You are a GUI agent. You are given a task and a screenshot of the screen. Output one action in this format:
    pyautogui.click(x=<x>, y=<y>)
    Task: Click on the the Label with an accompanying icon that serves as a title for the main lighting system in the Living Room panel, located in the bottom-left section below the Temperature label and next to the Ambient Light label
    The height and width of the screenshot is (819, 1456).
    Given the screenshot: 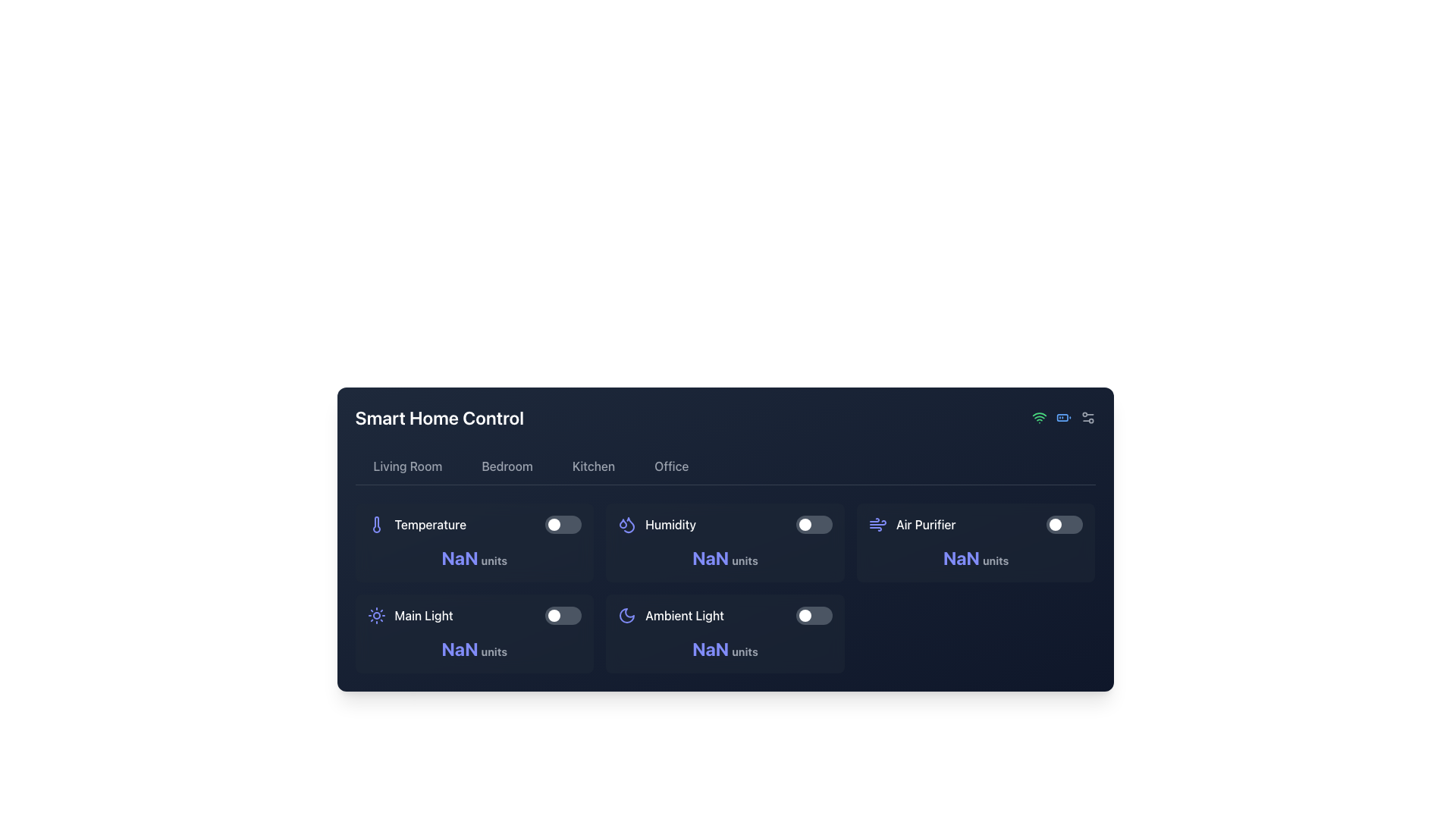 What is the action you would take?
    pyautogui.click(x=410, y=616)
    